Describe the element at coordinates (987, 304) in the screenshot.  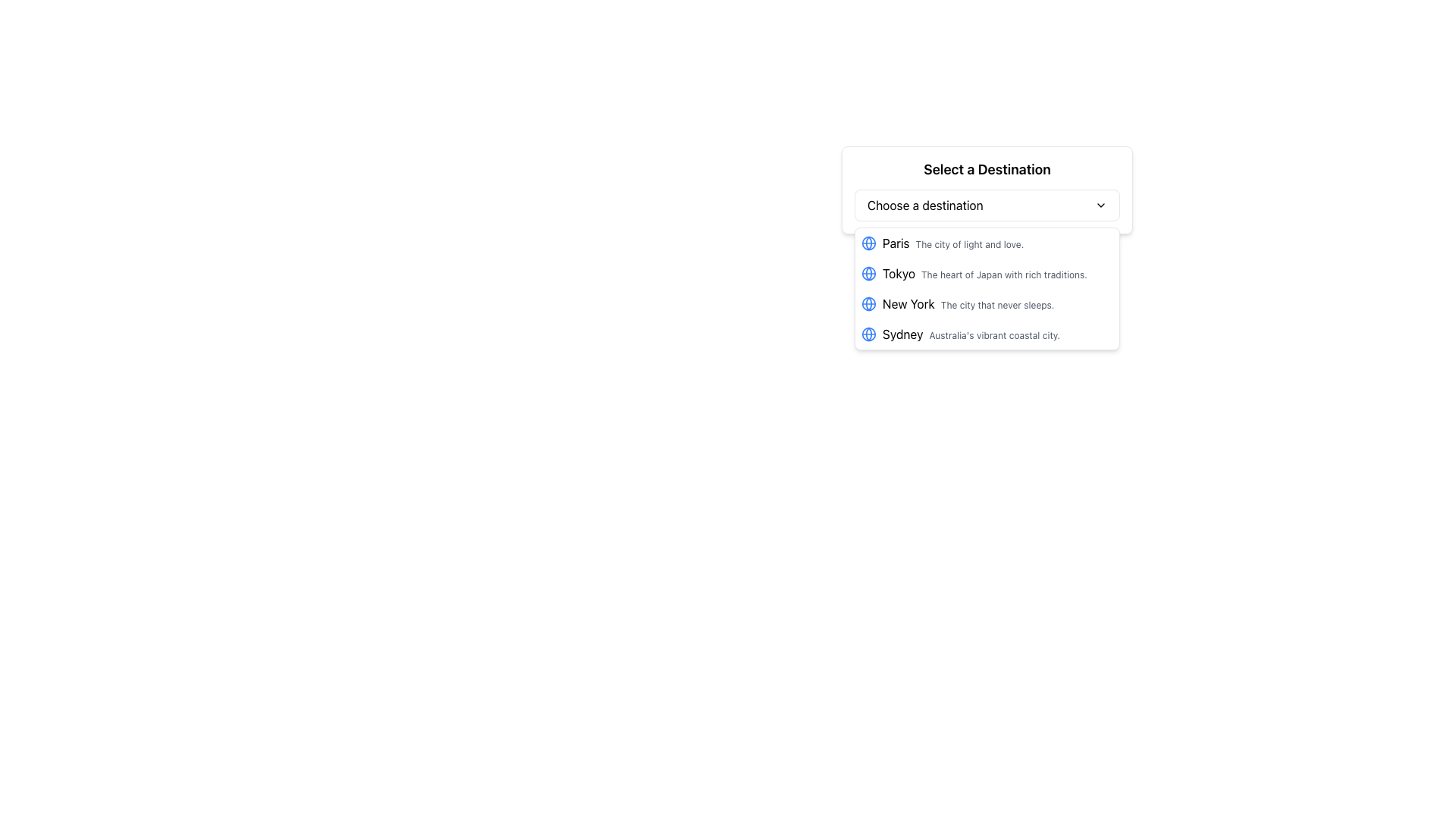
I see `the third list item labeled 'New York' in bold under the dropdown 'Select a Destination'` at that location.